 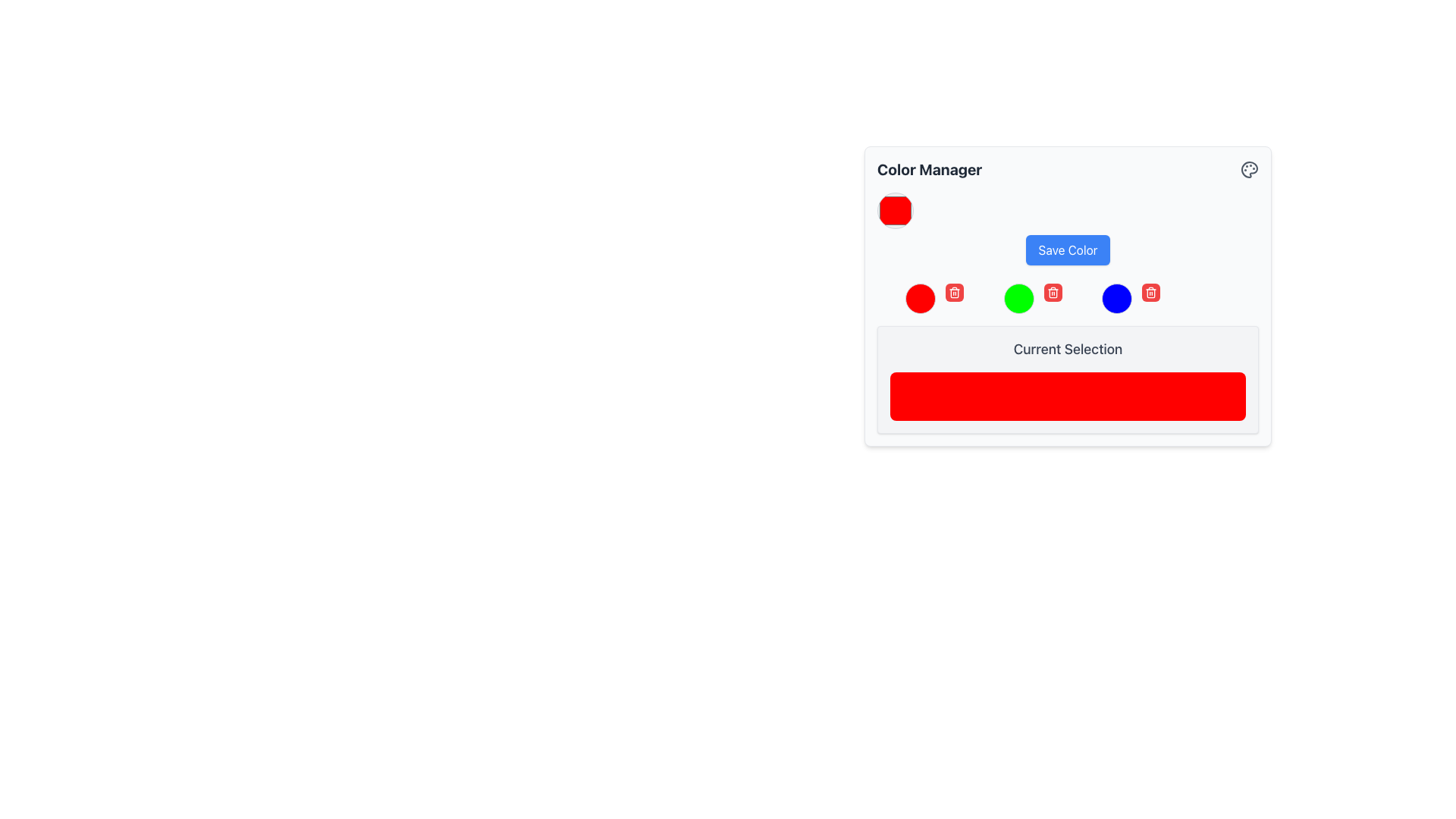 What do you see at coordinates (1067, 228) in the screenshot?
I see `the 'Save Color' button with a blue background and white text, located below the circular red color selector` at bounding box center [1067, 228].